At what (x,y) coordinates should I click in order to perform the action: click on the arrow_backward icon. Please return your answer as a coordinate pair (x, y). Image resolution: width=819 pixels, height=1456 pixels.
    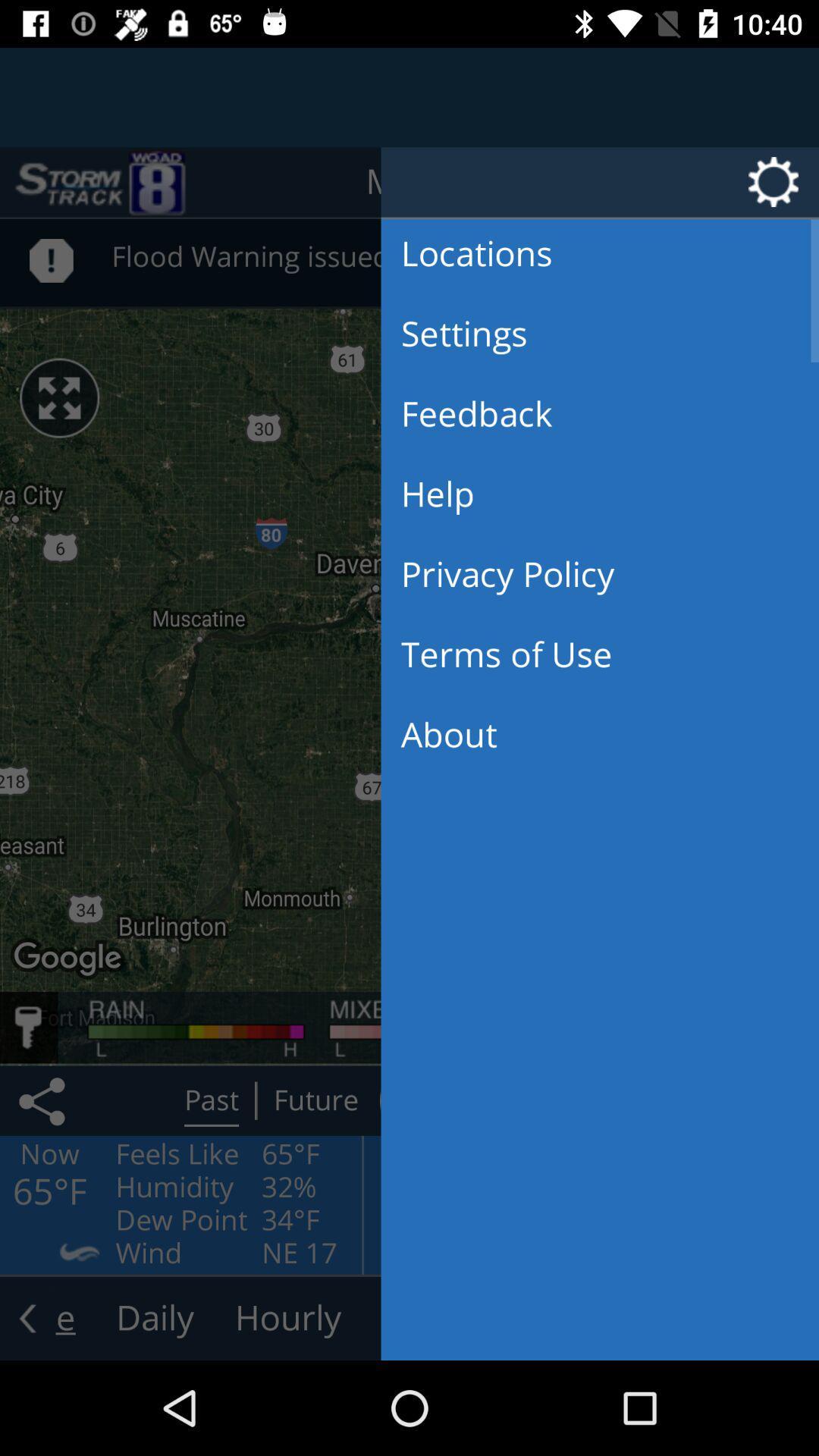
    Looking at the image, I should click on (27, 1317).